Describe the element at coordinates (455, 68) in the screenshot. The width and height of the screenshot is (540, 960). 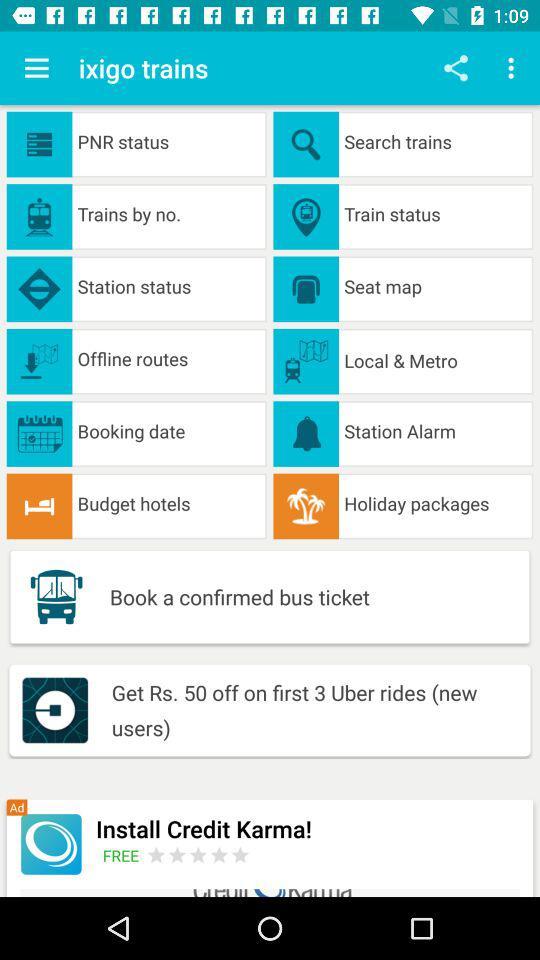
I see `share` at that location.